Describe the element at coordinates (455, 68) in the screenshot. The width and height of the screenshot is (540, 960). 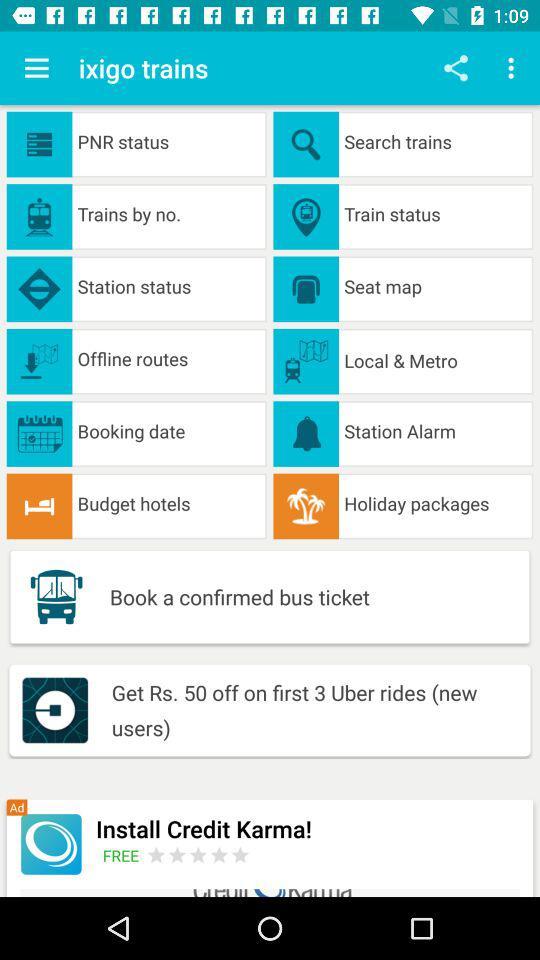
I see `share` at that location.